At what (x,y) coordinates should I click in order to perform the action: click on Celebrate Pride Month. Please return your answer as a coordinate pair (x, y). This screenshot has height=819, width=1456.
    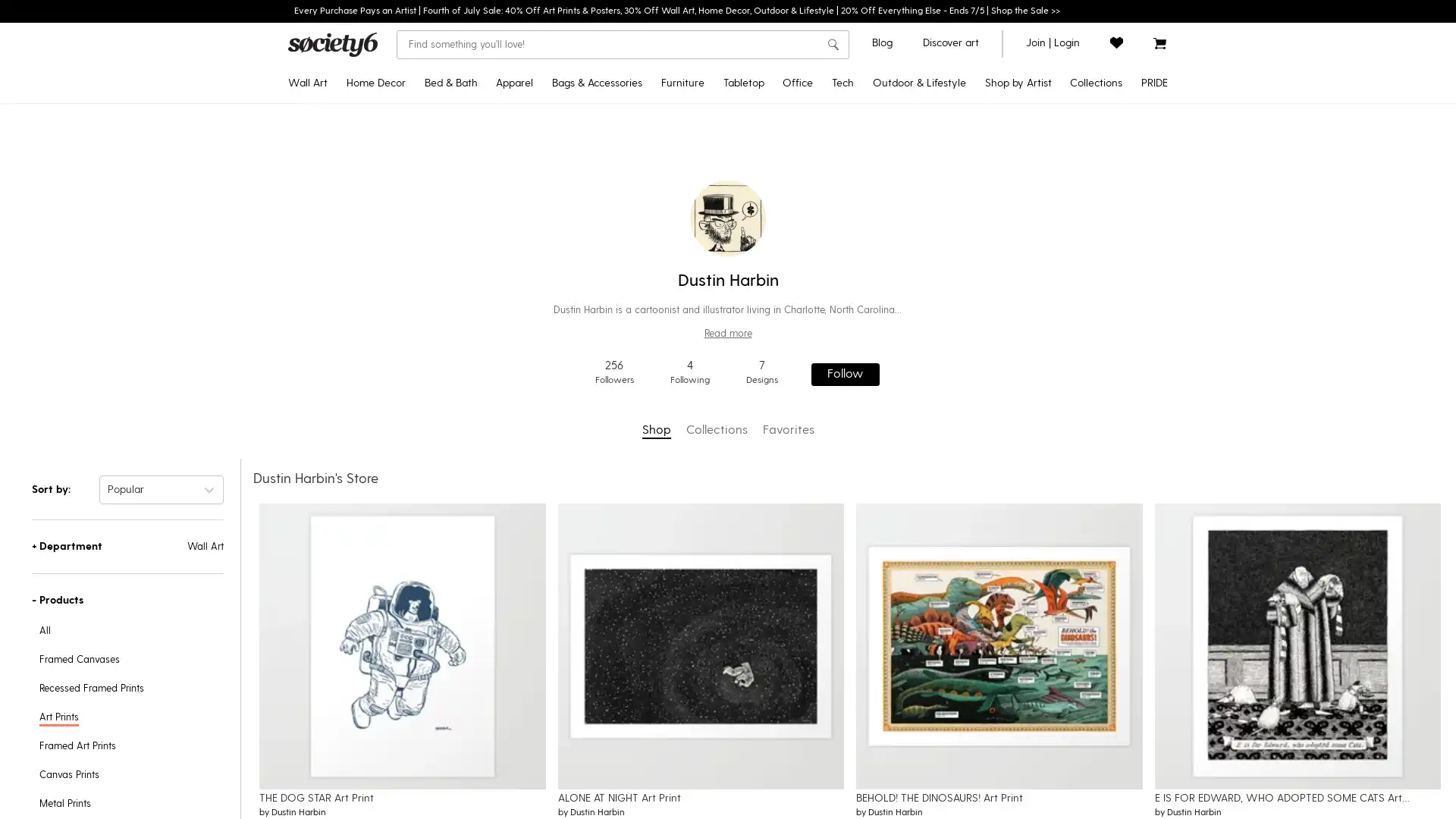
    Looking at the image, I should click on (1094, 121).